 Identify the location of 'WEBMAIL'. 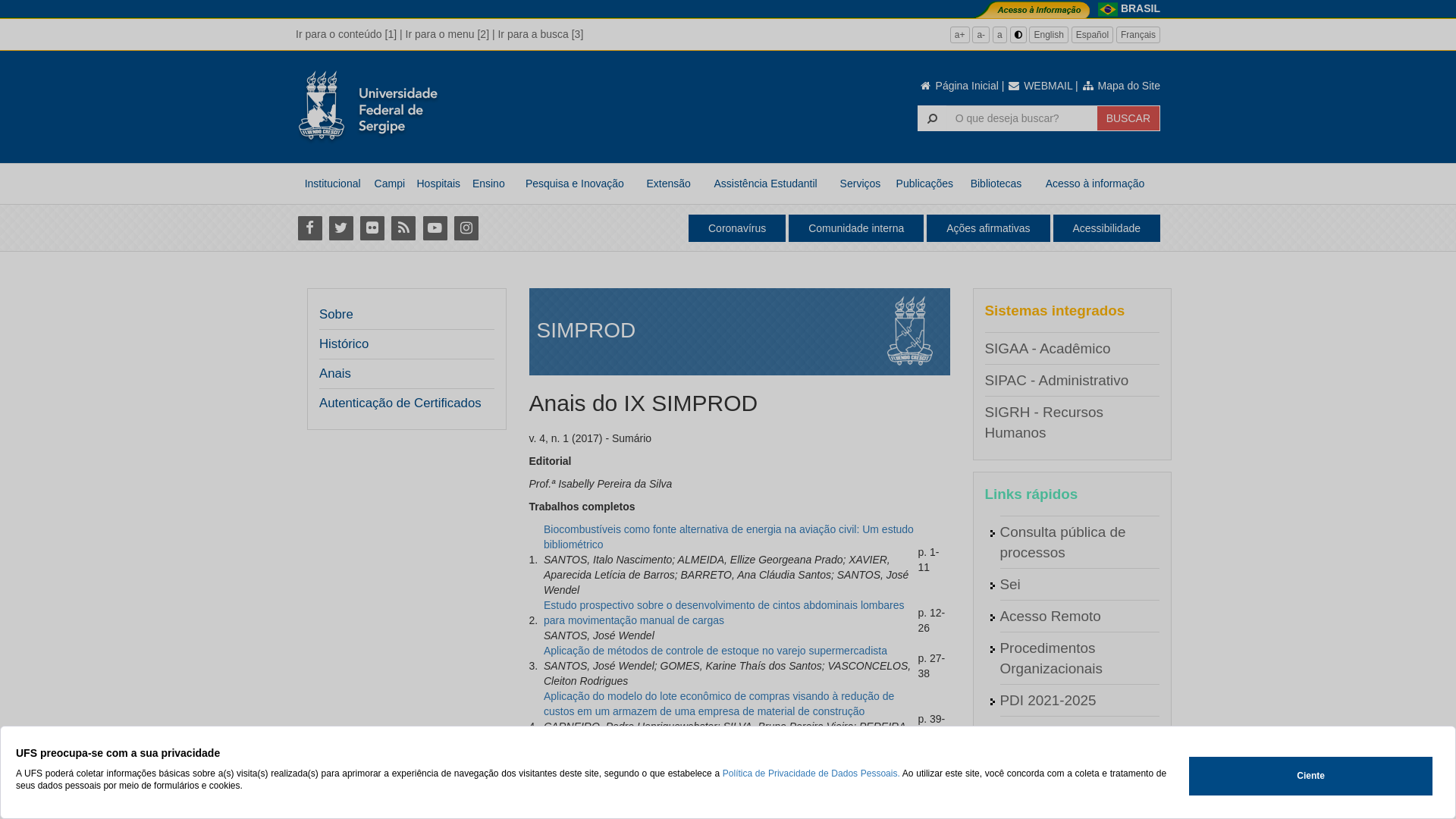
(1039, 85).